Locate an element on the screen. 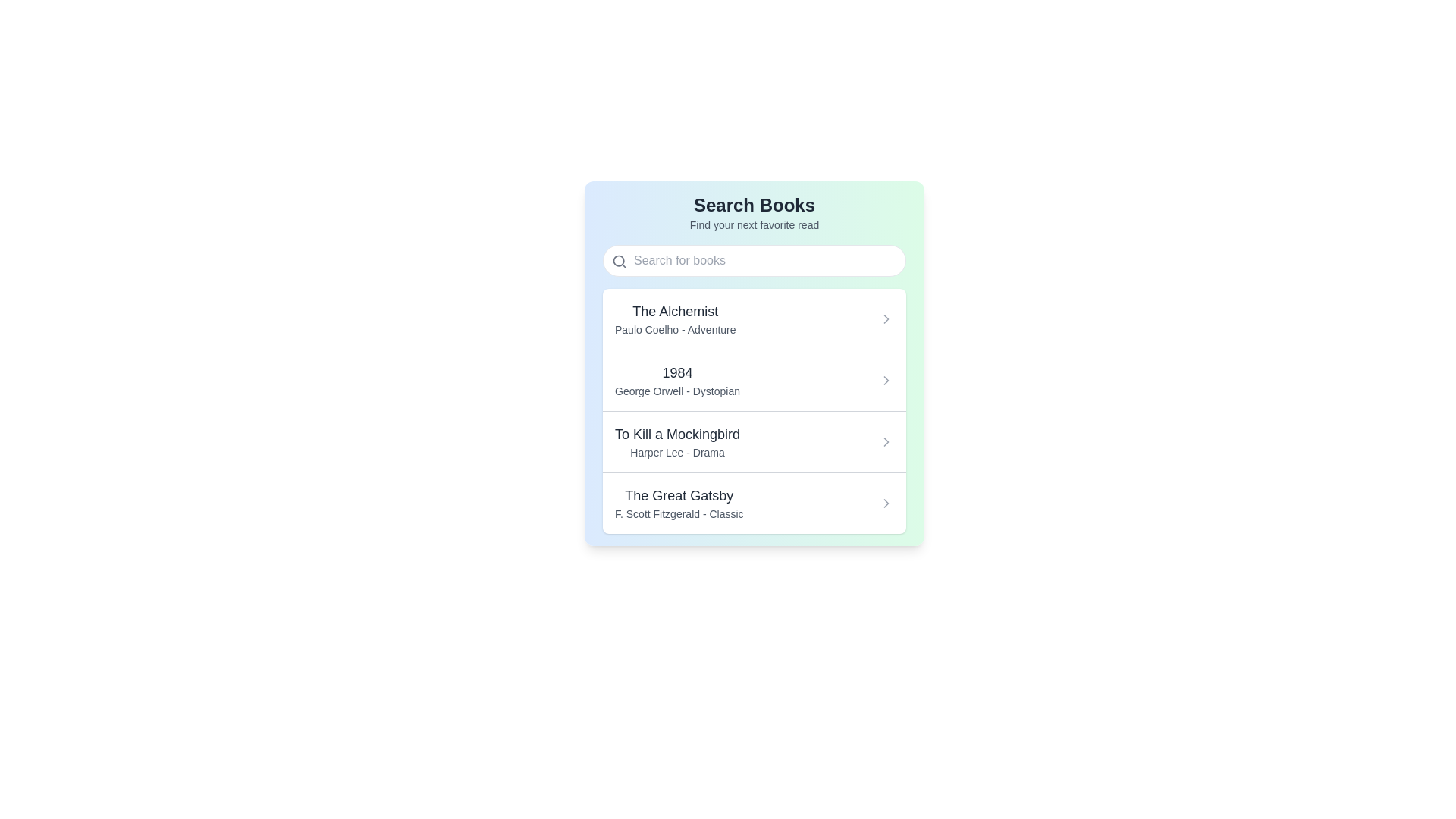 The height and width of the screenshot is (819, 1456). the book entry text is located at coordinates (676, 379).